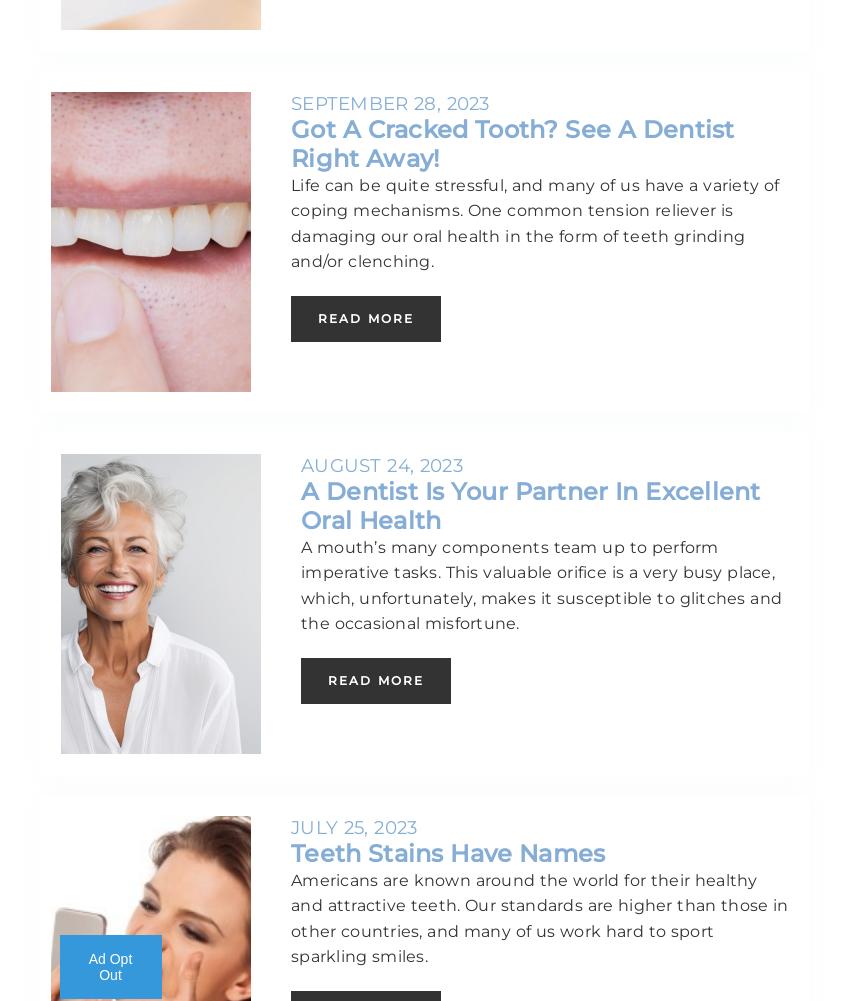 The height and width of the screenshot is (1001, 850). I want to click on 'A mouth’s many components team up to perform imperative tasks.  This valuable orifice is a very busy place, which, unfortunately, makes it susceptible to glitches and the occasional misfortune.', so click(300, 584).